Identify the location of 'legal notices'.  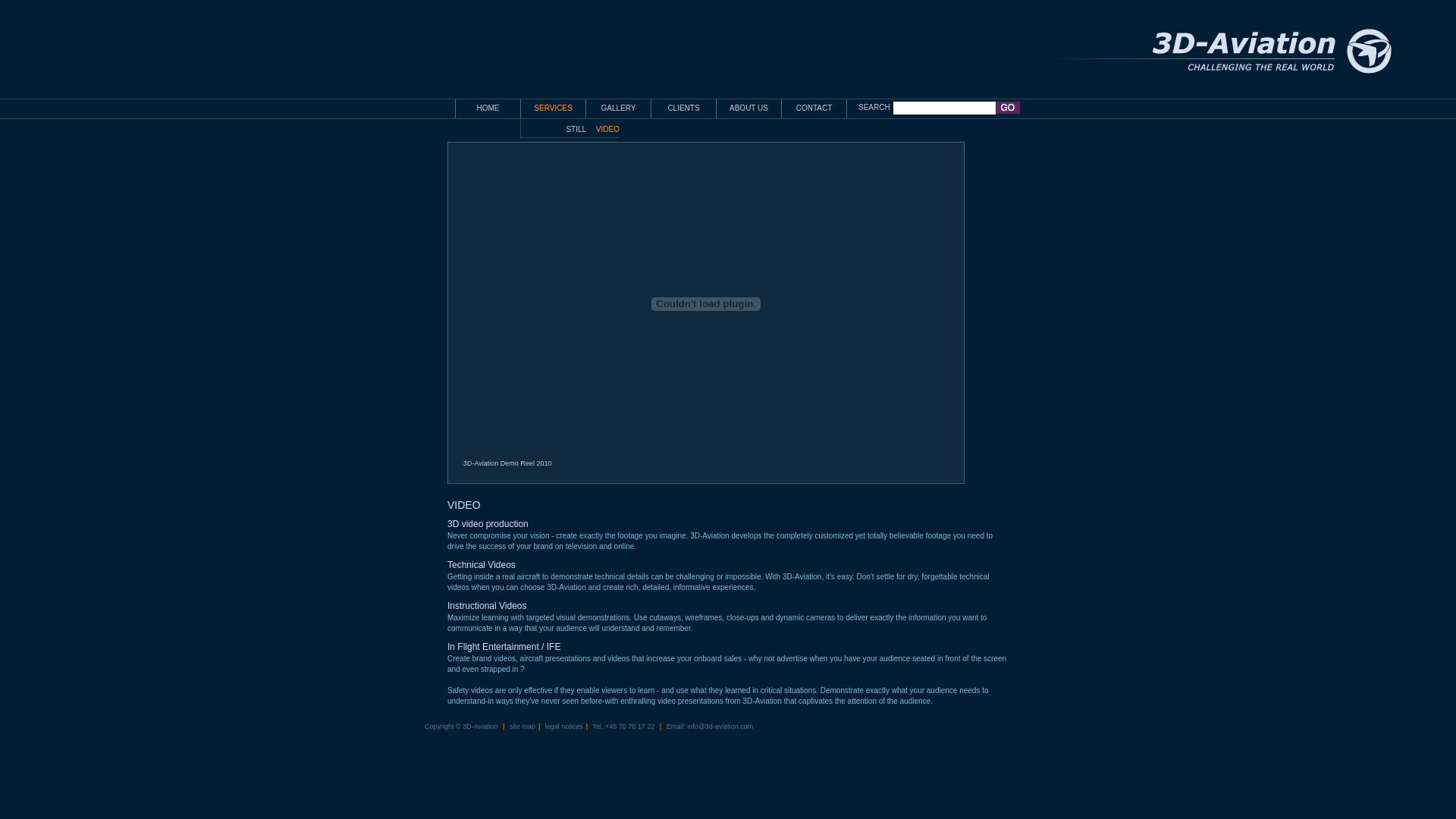
(563, 725).